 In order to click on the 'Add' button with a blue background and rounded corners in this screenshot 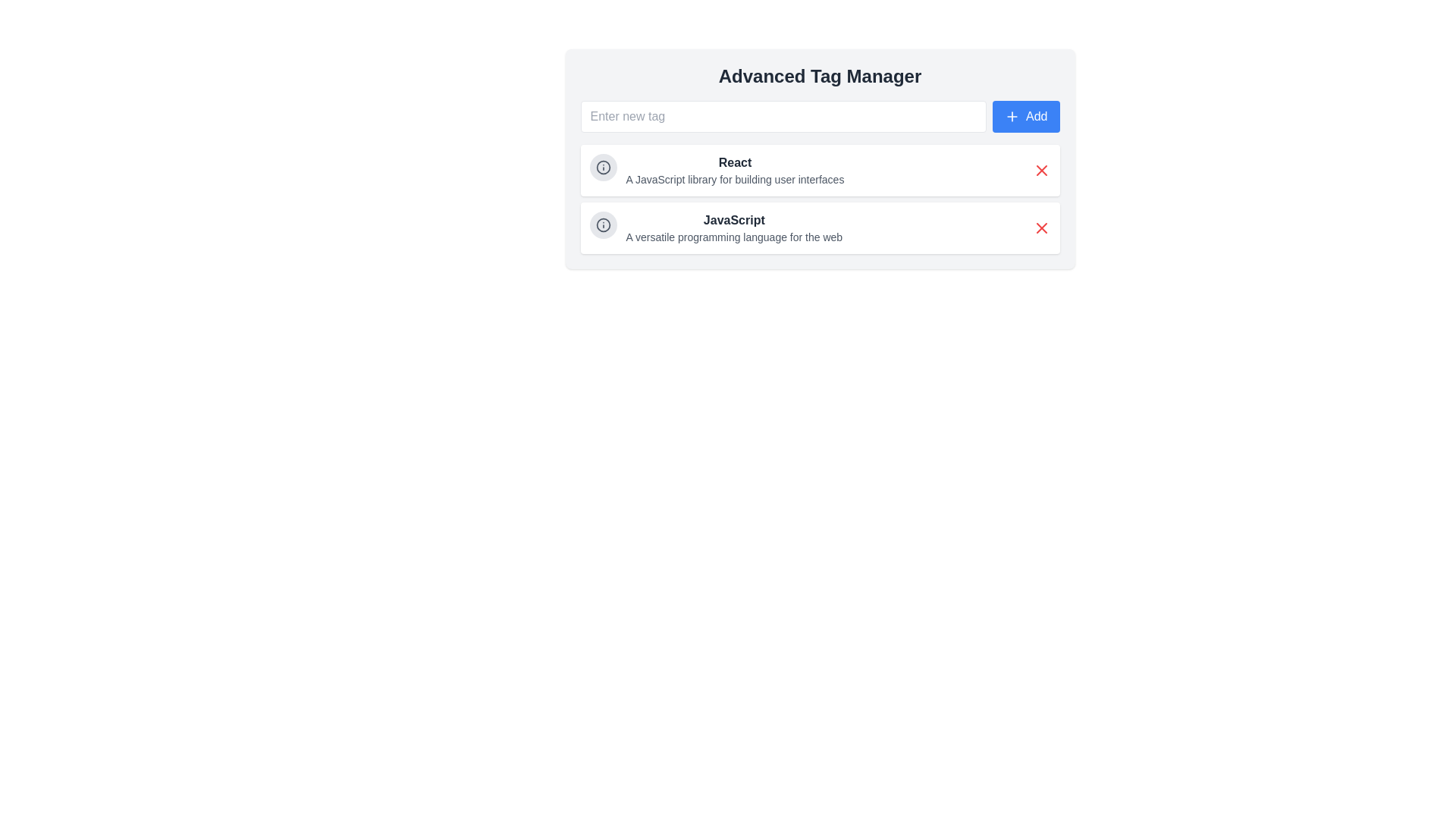, I will do `click(1026, 116)`.